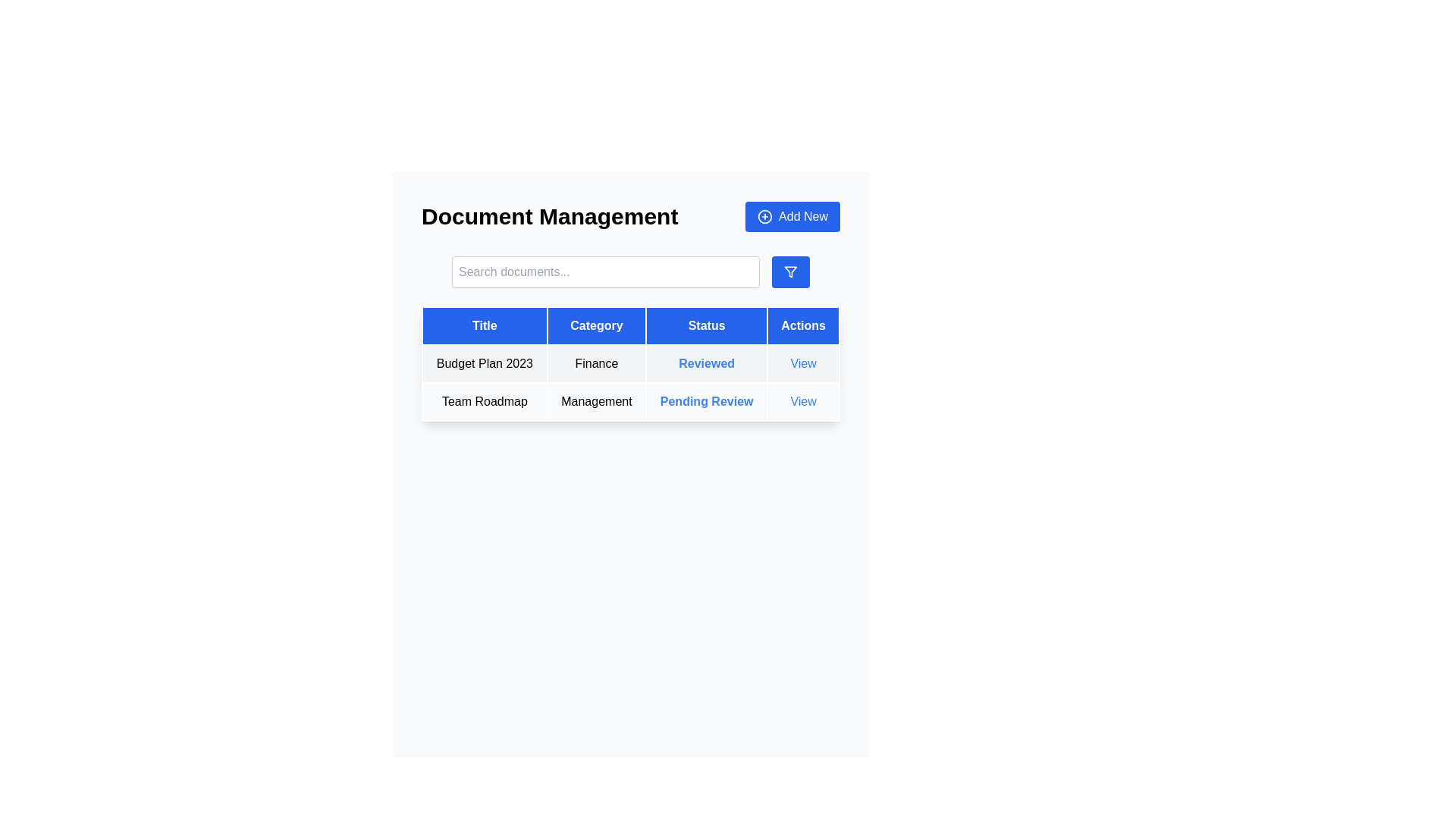 Image resolution: width=1456 pixels, height=819 pixels. I want to click on the 'Actions' column header in the table, which is the rightmost column header indicating actionable items, so click(802, 325).